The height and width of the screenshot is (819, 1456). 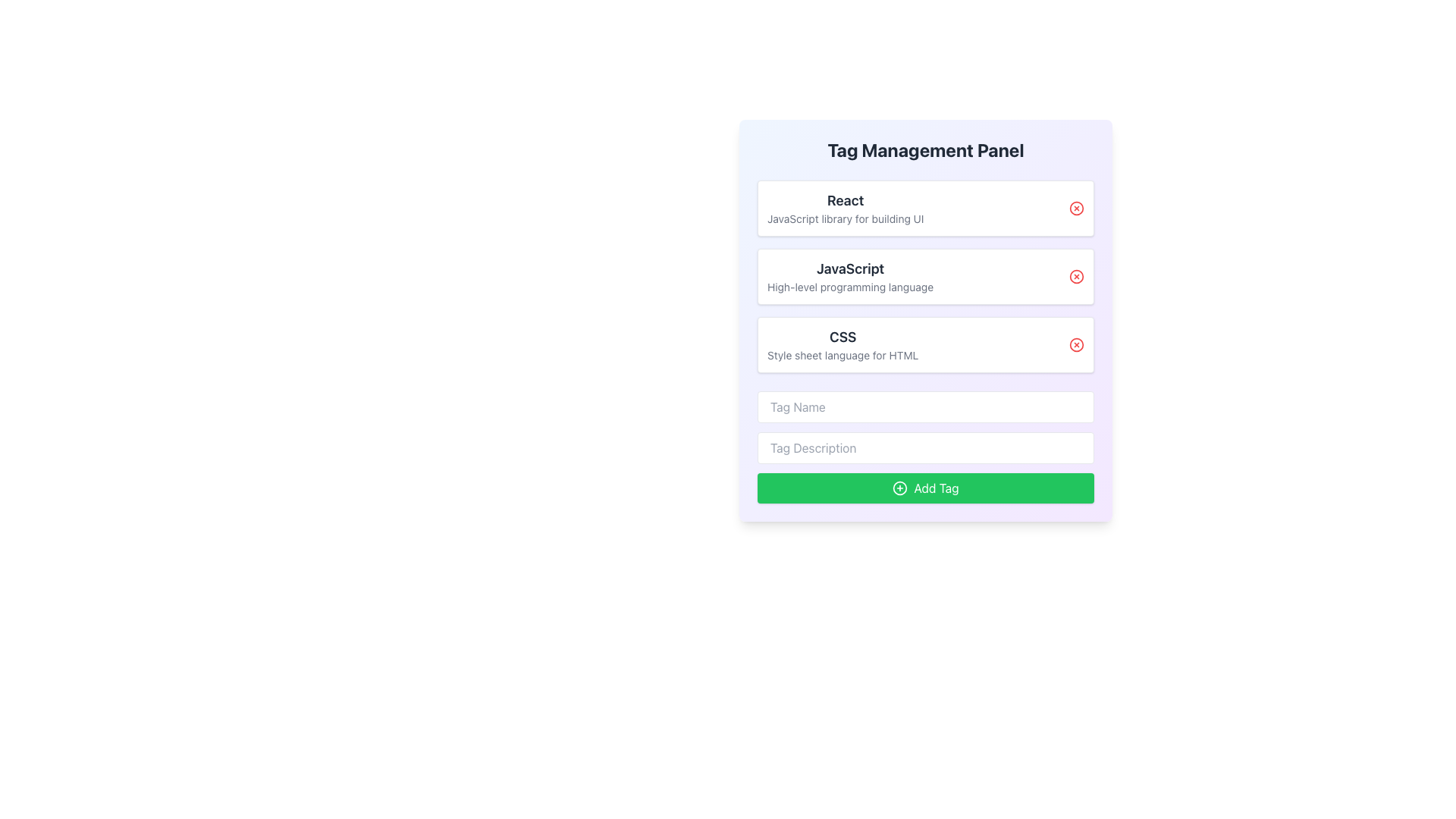 I want to click on the text block containing the bold title 'React' and the description 'JavaScript library for building UI', so click(x=845, y=208).